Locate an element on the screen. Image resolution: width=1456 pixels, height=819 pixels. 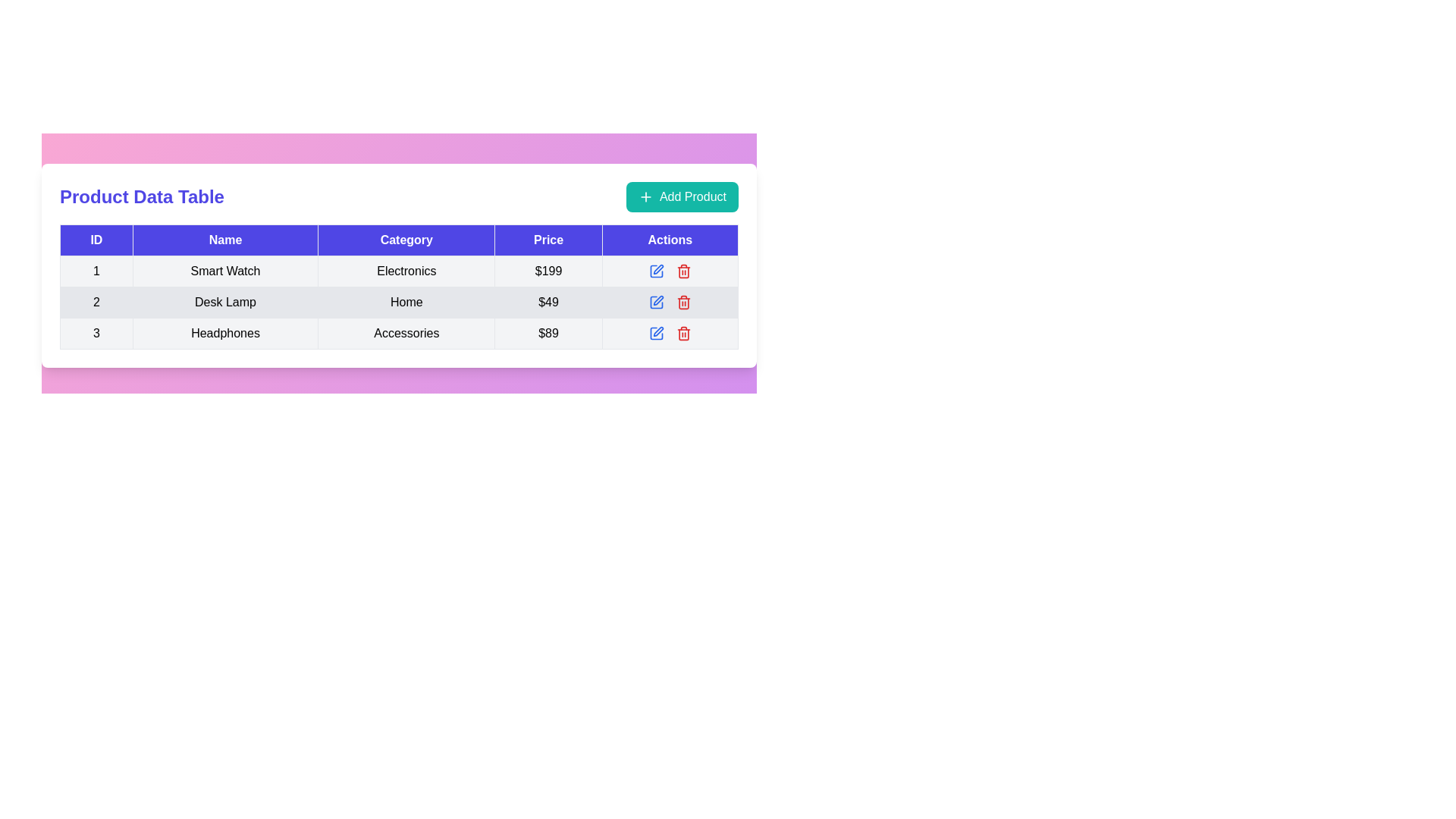
the cell in the third row of the product table to highlight it is located at coordinates (399, 332).